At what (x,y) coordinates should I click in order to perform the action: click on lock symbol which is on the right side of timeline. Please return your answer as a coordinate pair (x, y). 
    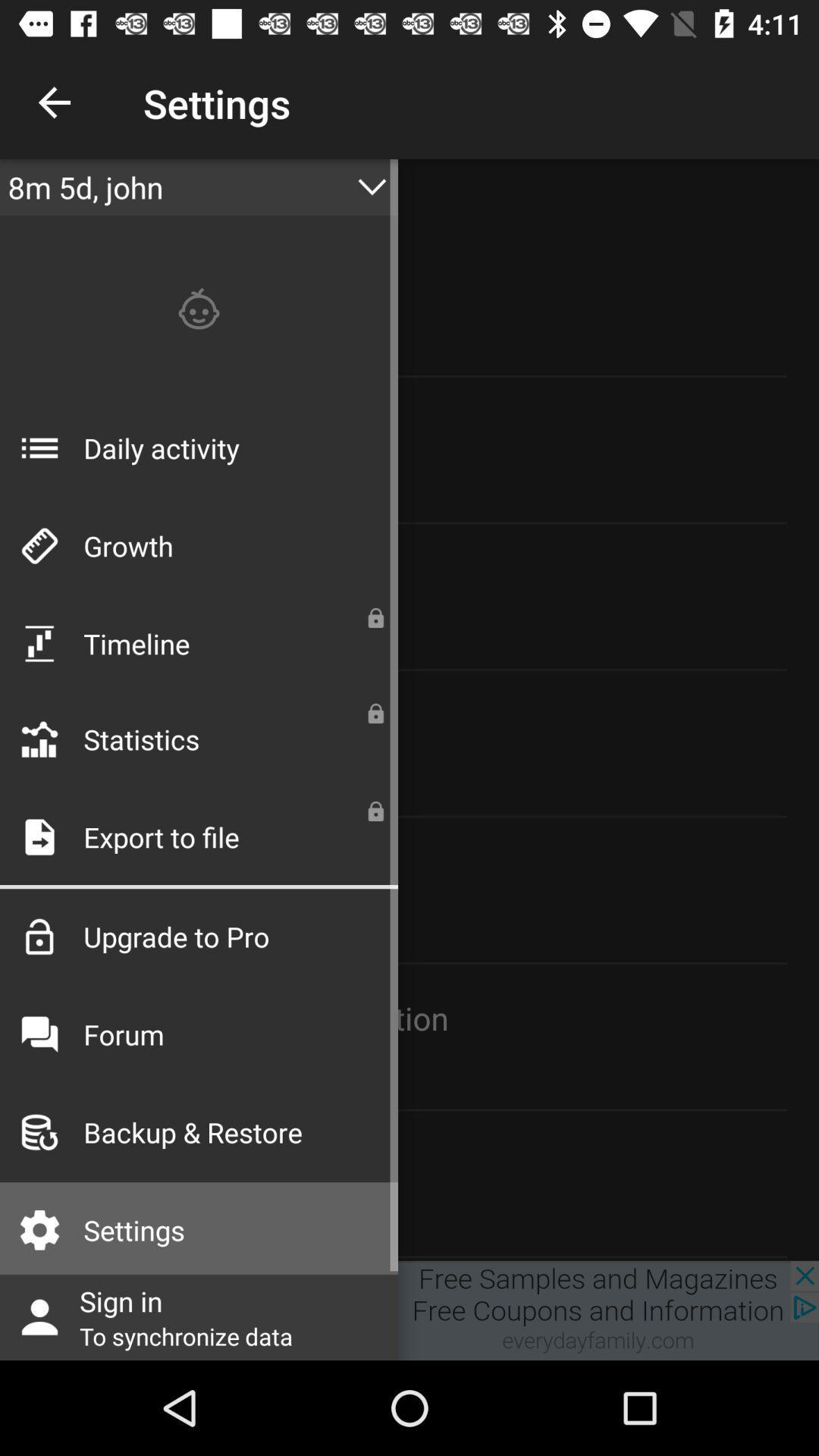
    Looking at the image, I should click on (375, 618).